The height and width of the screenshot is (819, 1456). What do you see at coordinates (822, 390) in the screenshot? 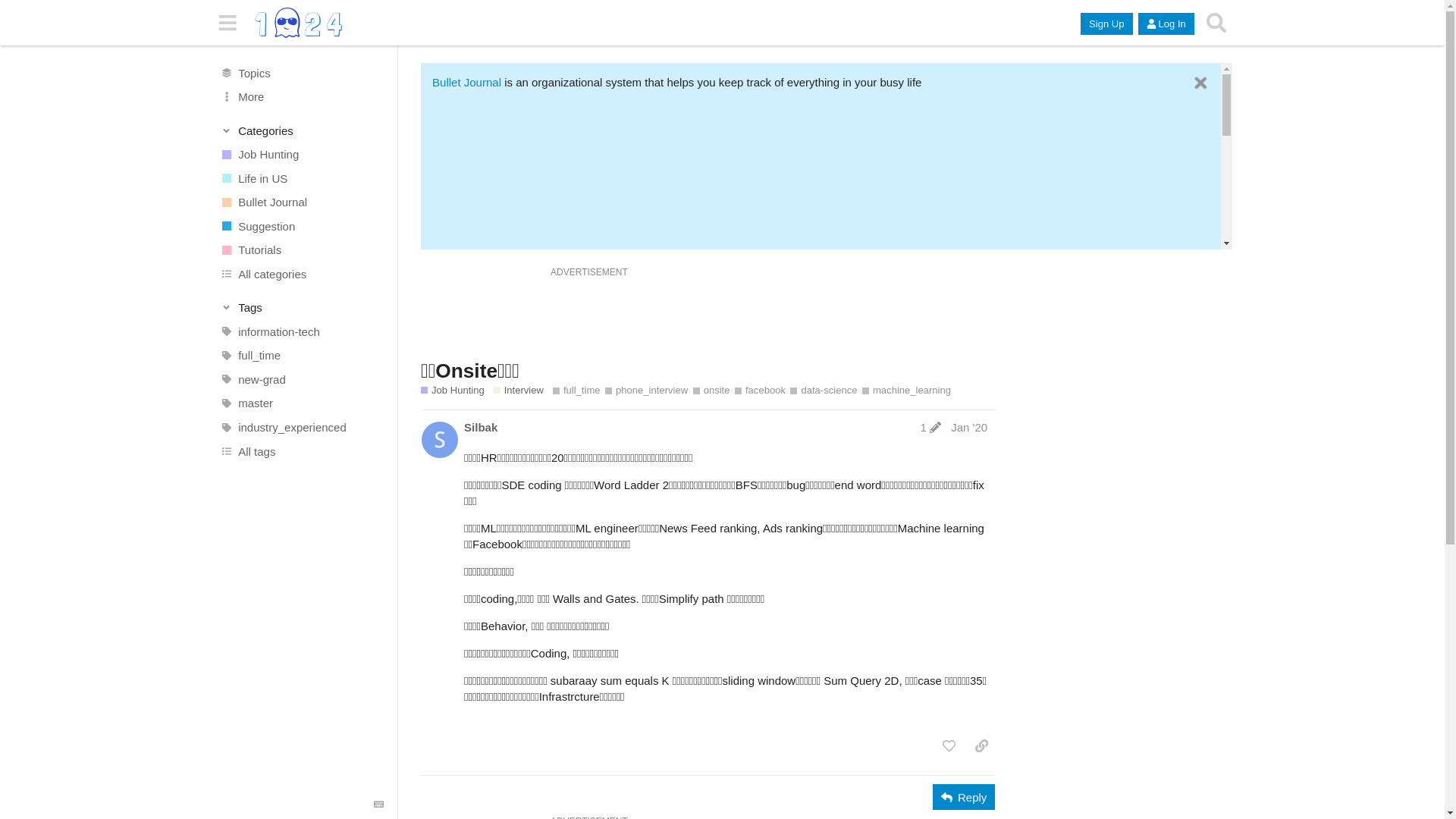
I see `'data-science'` at bounding box center [822, 390].